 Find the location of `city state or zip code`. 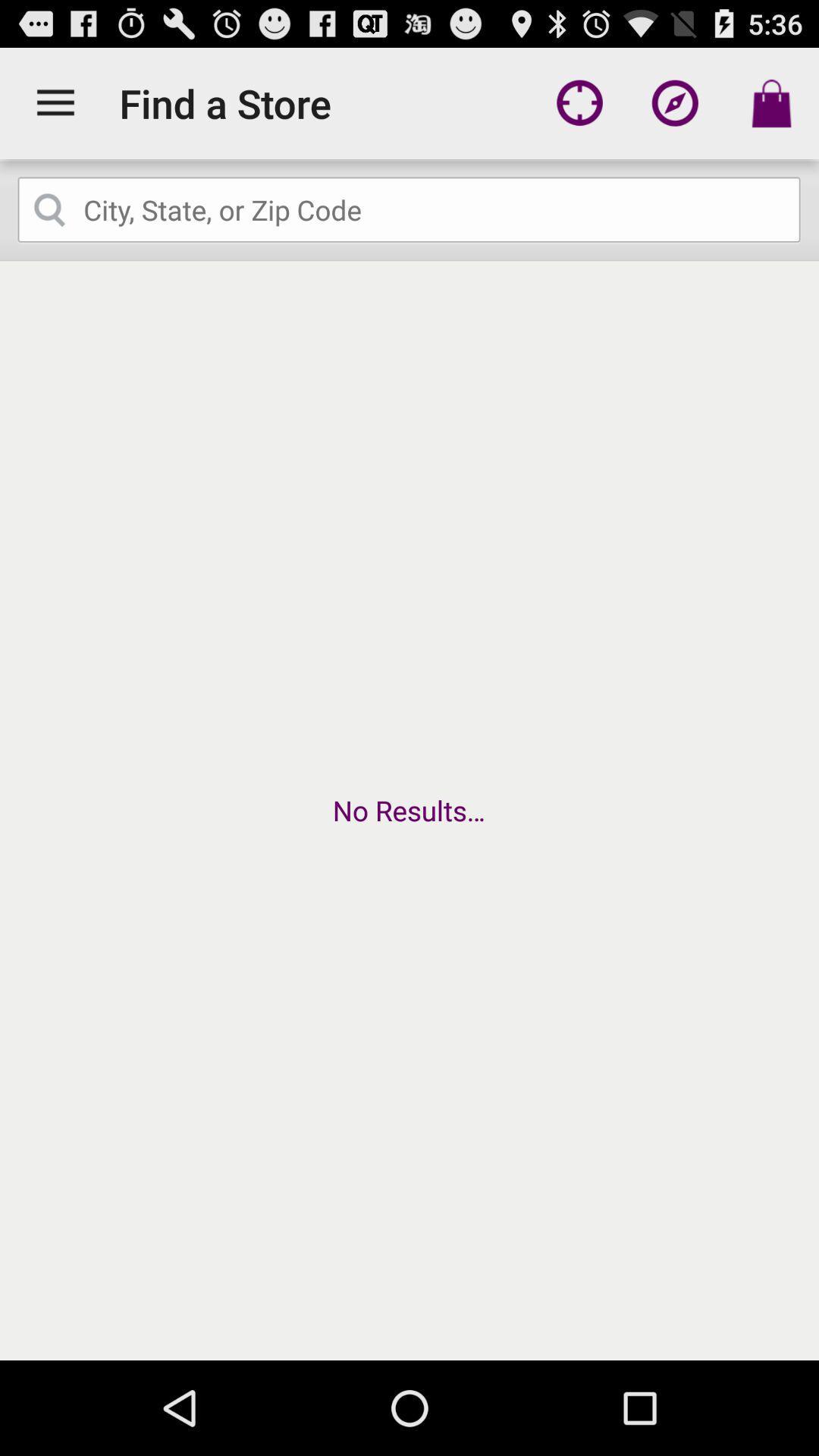

city state or zip code is located at coordinates (409, 209).